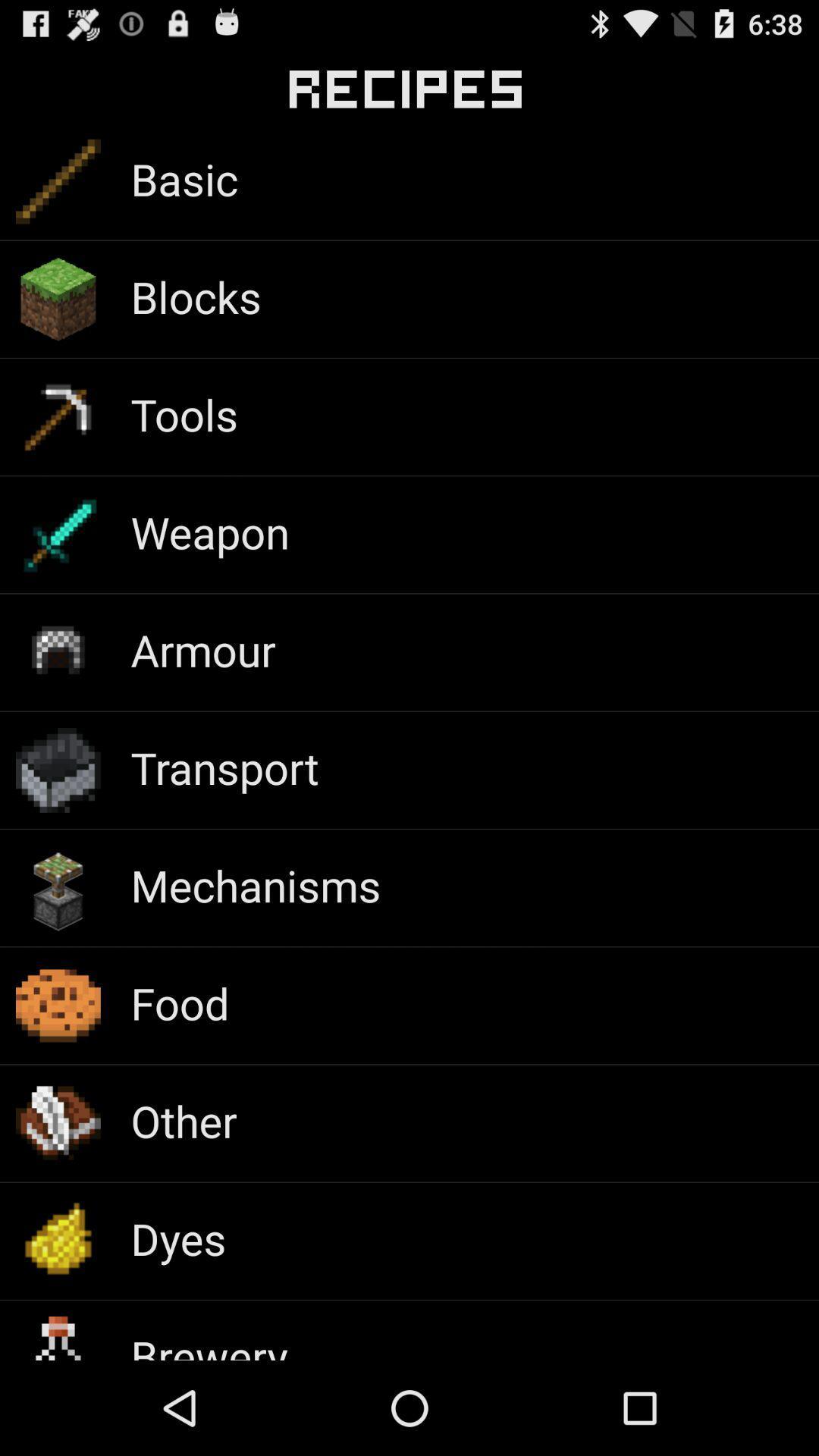  What do you see at coordinates (224, 767) in the screenshot?
I see `transport` at bounding box center [224, 767].